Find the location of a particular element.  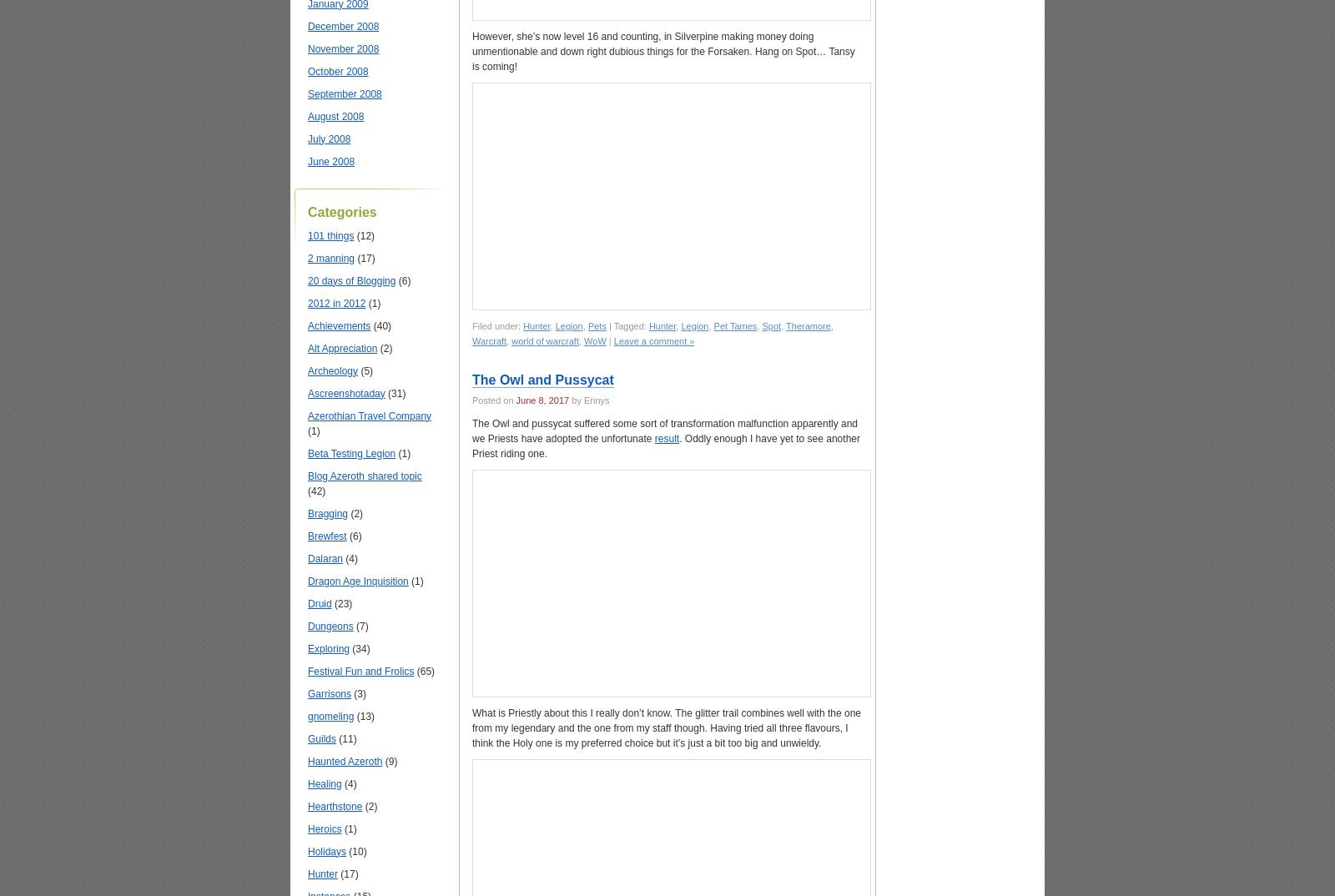

'Heroics' is located at coordinates (307, 828).